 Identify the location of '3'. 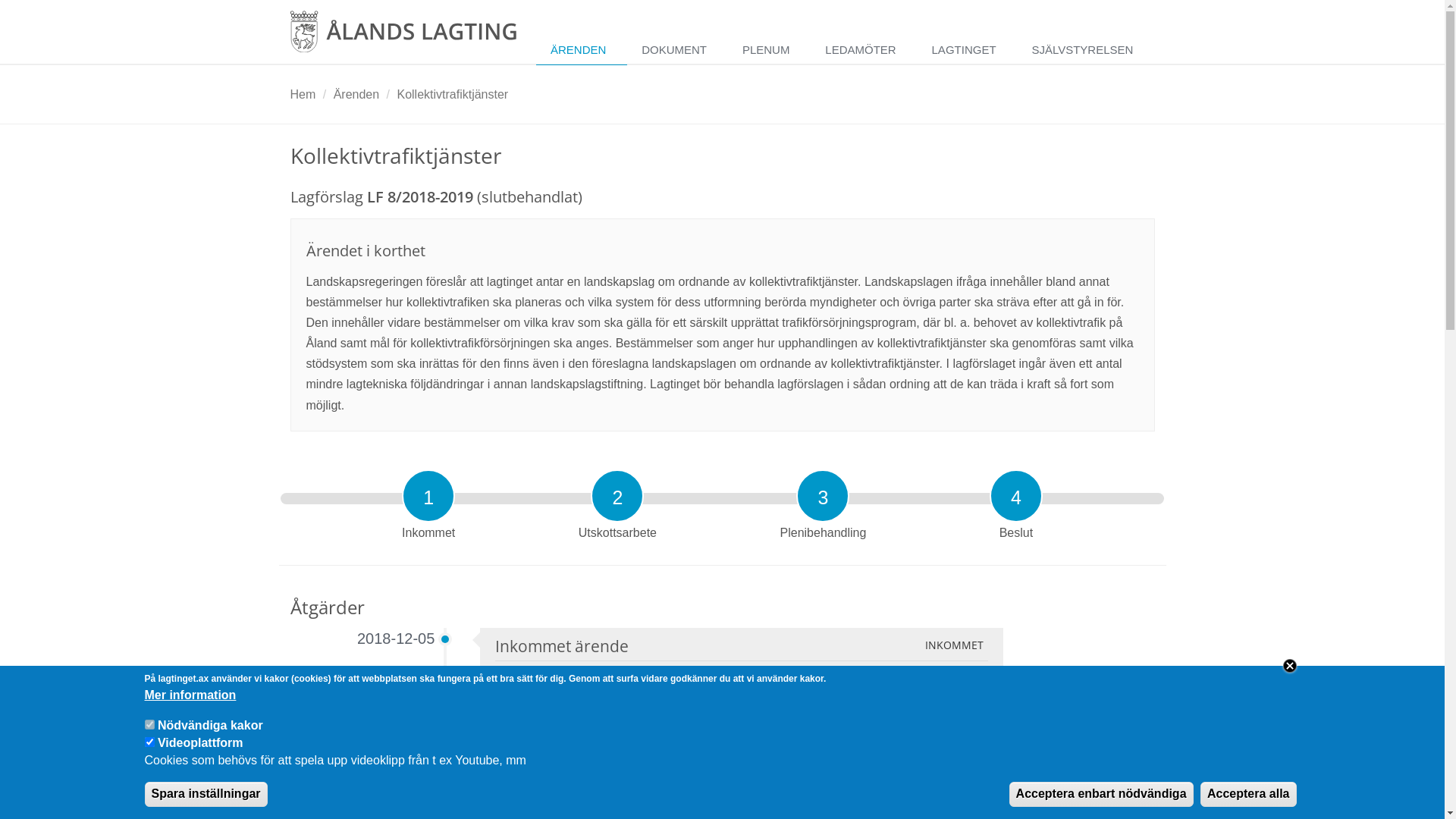
(821, 496).